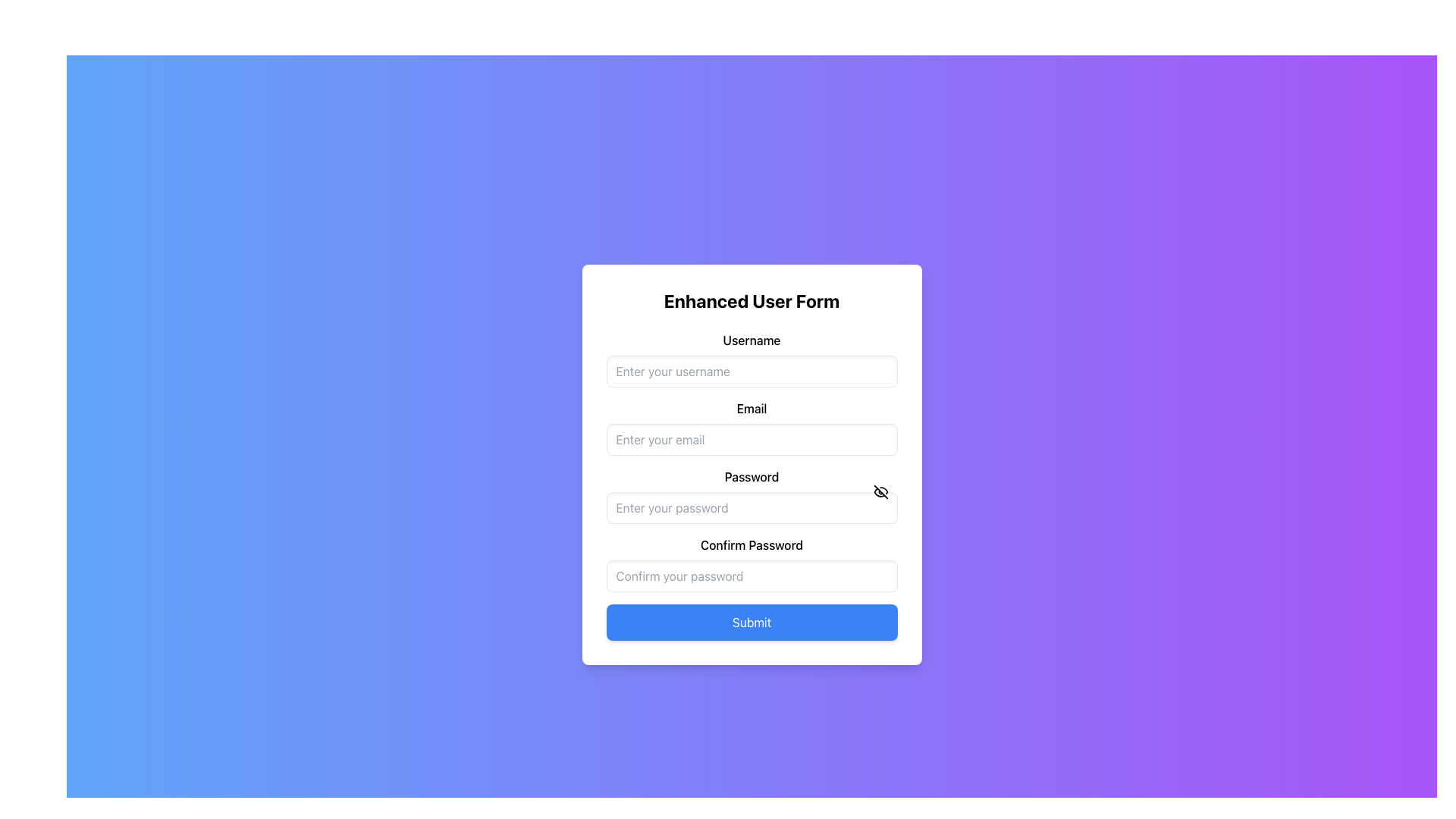 This screenshot has height=819, width=1456. What do you see at coordinates (752, 301) in the screenshot?
I see `the form's purpose` at bounding box center [752, 301].